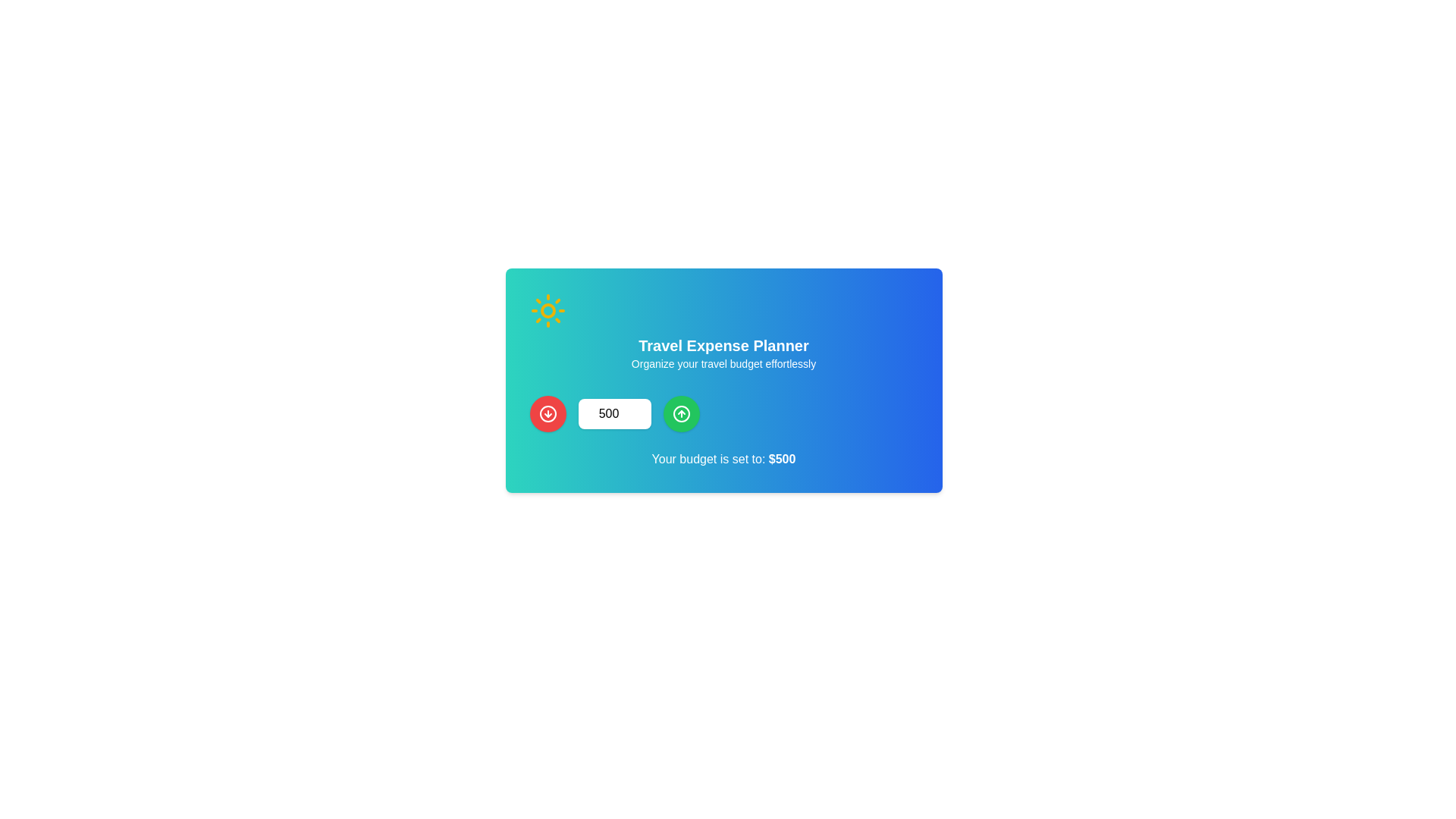  I want to click on the circular red button with a white downward arrow, so click(547, 414).